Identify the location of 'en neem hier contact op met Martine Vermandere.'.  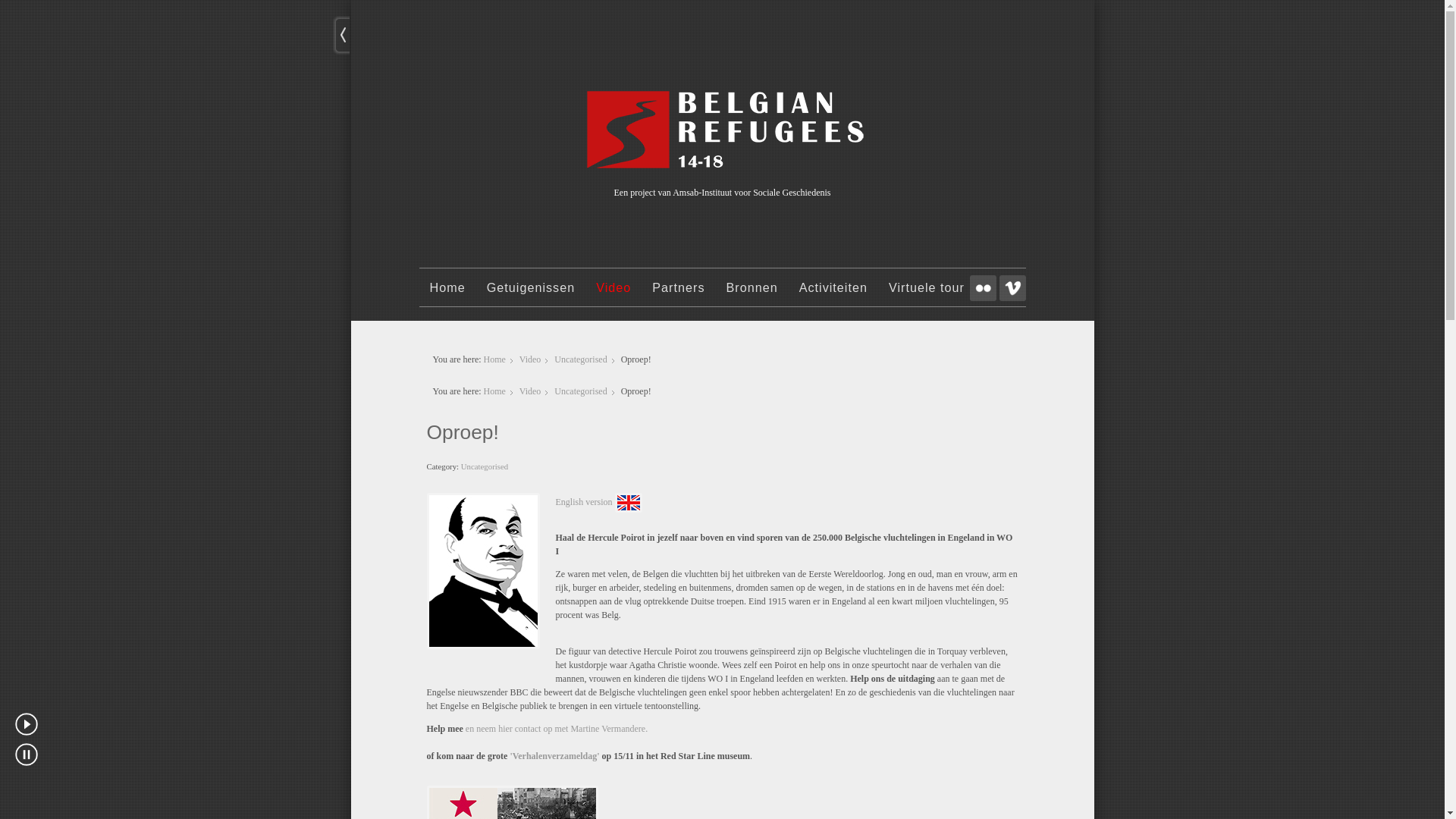
(465, 727).